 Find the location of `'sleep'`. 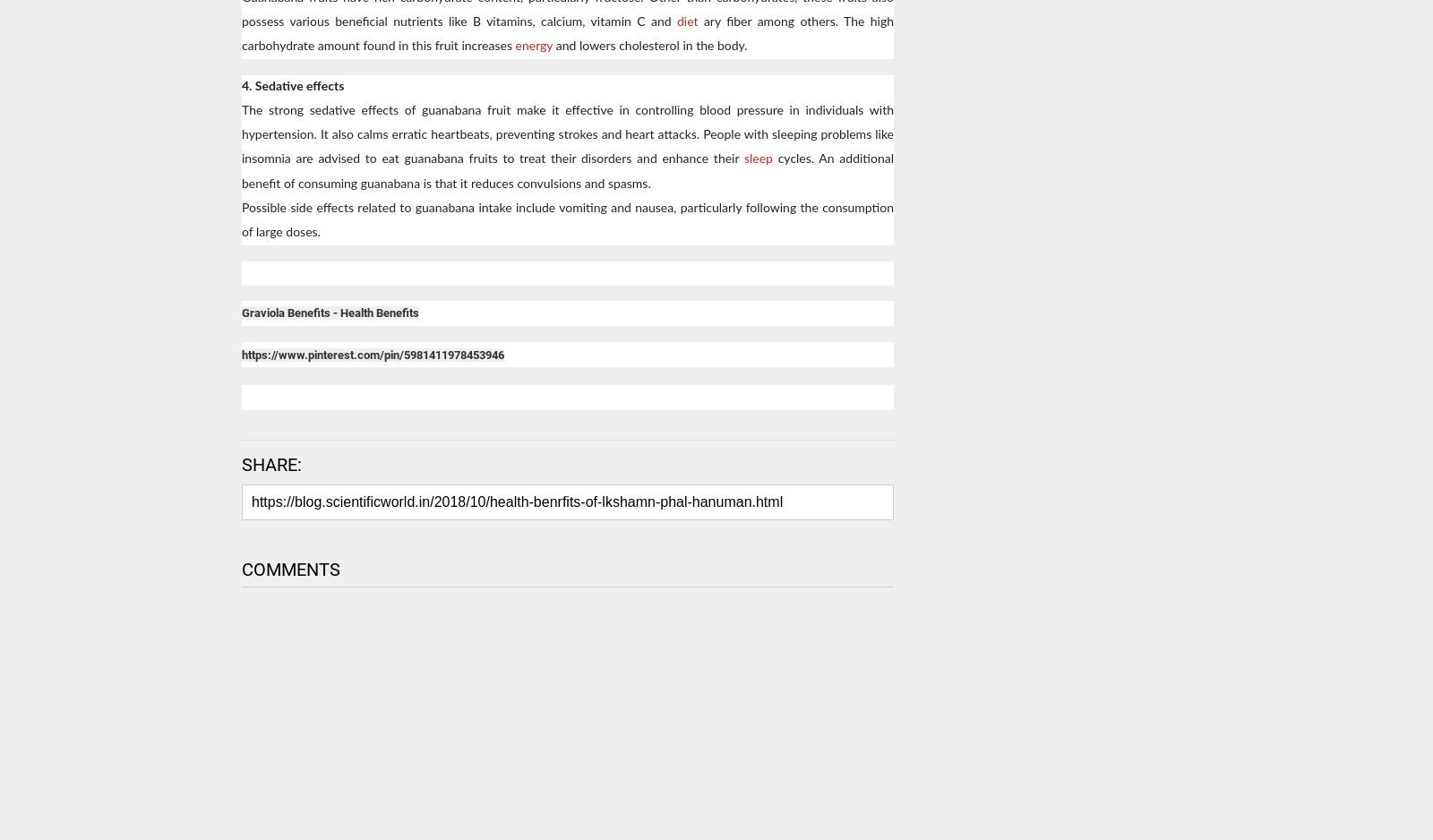

'sleep' is located at coordinates (759, 159).